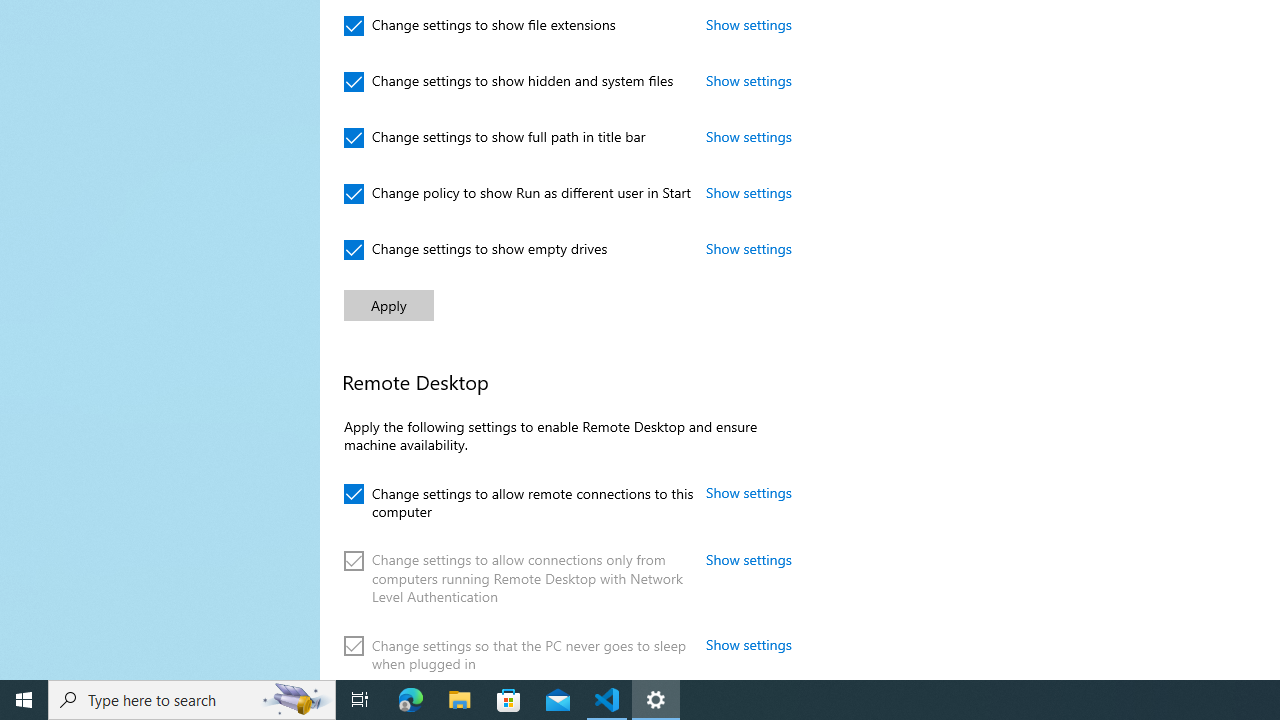 The height and width of the screenshot is (720, 1280). I want to click on 'Change settings to show full path in title bar', so click(495, 136).